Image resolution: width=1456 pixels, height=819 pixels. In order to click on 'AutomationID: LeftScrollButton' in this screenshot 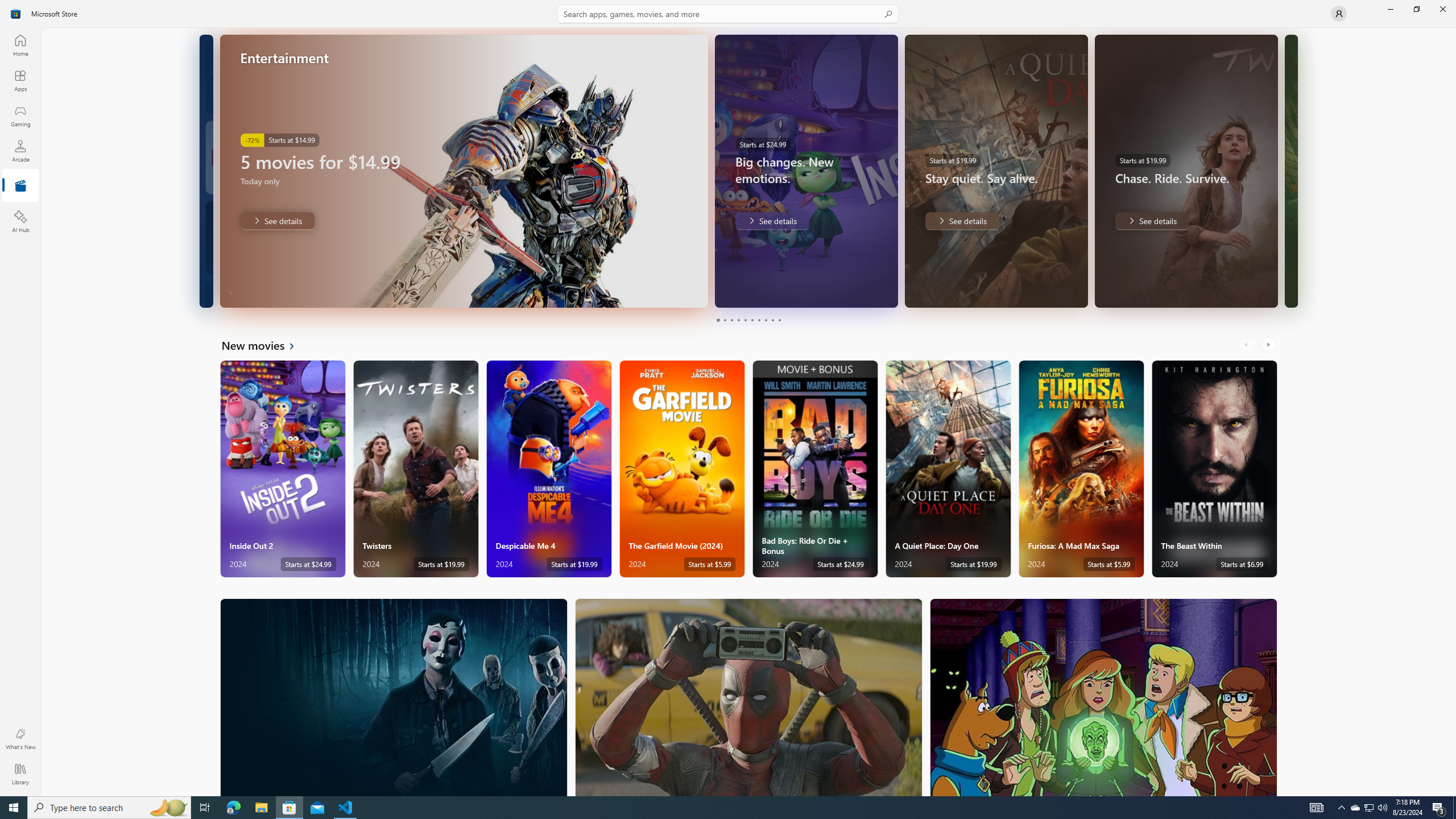, I will do `click(1247, 344)`.